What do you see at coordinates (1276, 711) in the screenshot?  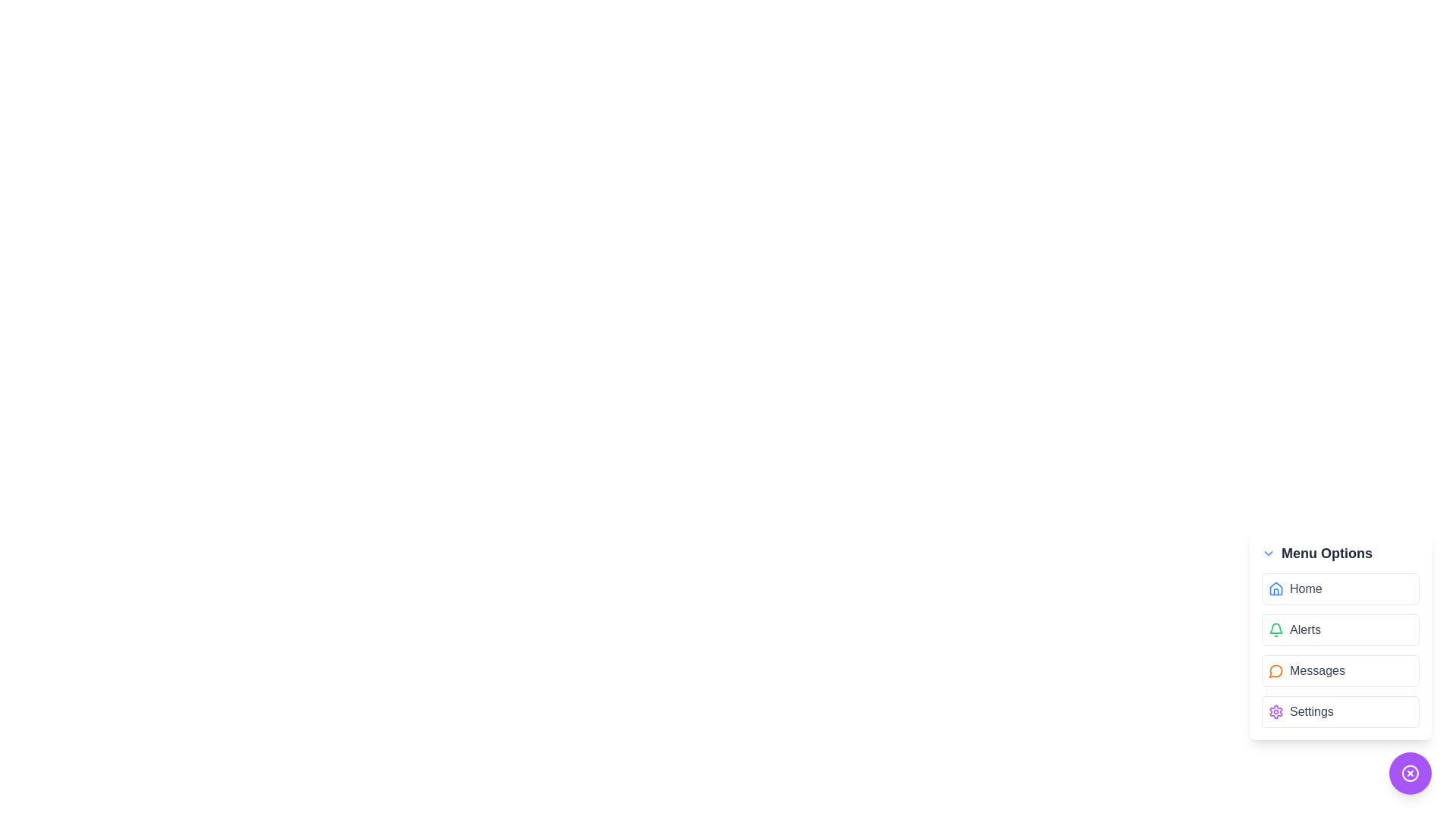 I see `the icon representing the 'Settings' menu item, located within the fourth position of the vertical list under 'Menu Options'` at bounding box center [1276, 711].